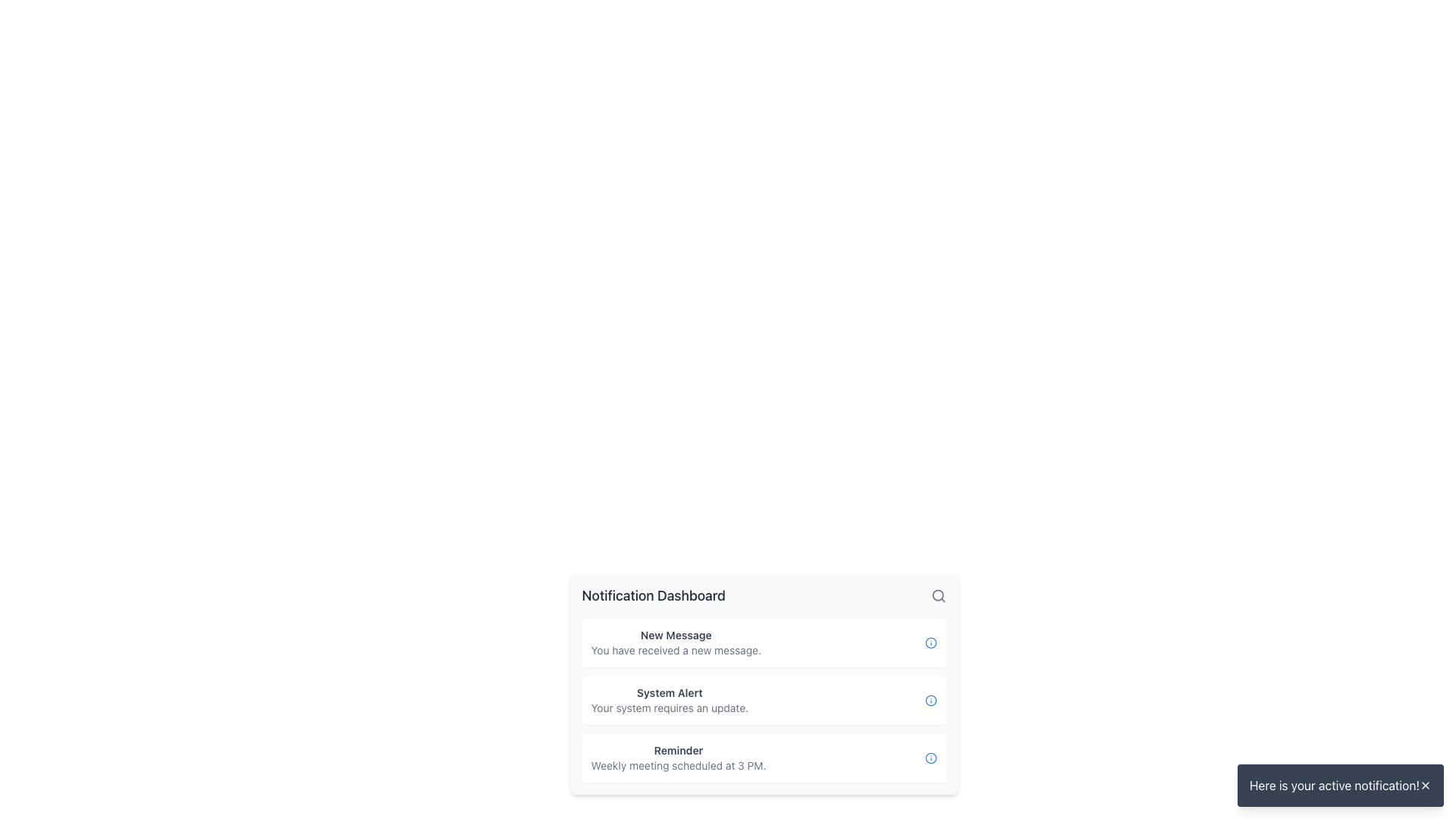  What do you see at coordinates (930, 701) in the screenshot?
I see `the small circular Information Icon with a blue border located next to the 'System Alert' text` at bounding box center [930, 701].